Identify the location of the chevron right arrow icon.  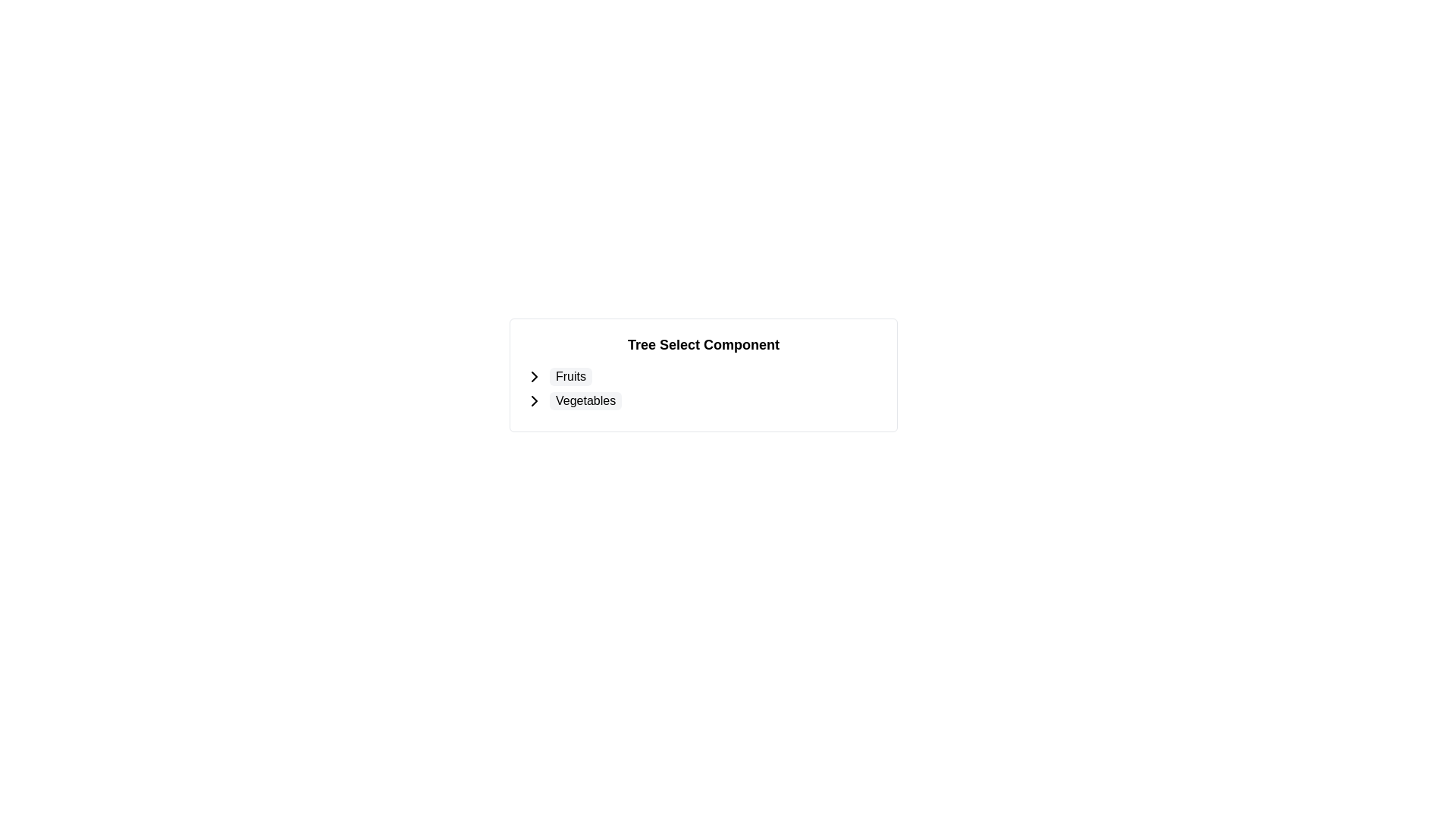
(535, 400).